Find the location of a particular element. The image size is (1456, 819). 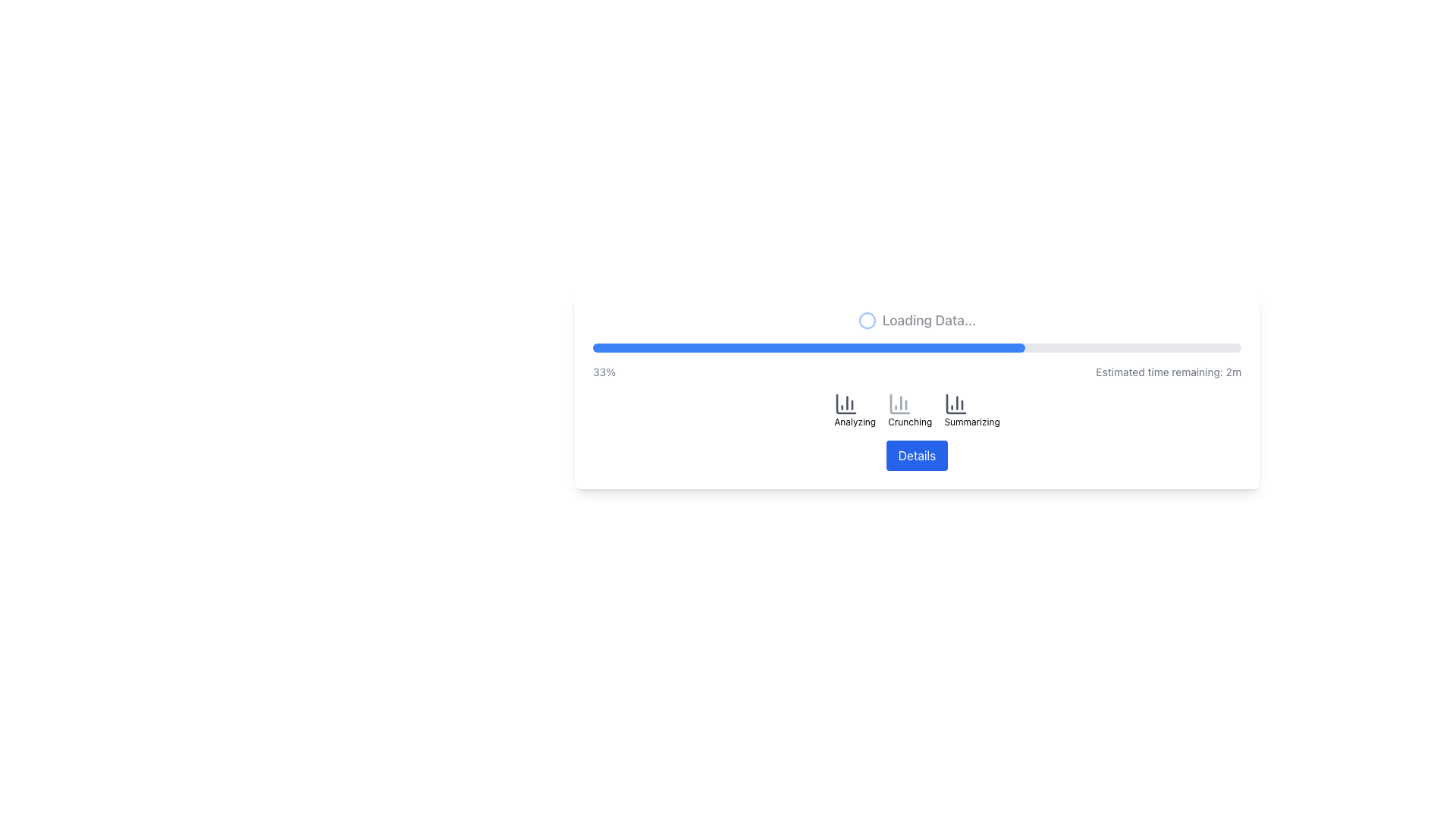

the text label displaying '33%' which is styled in gray within a progress-tracking interface is located at coordinates (603, 372).